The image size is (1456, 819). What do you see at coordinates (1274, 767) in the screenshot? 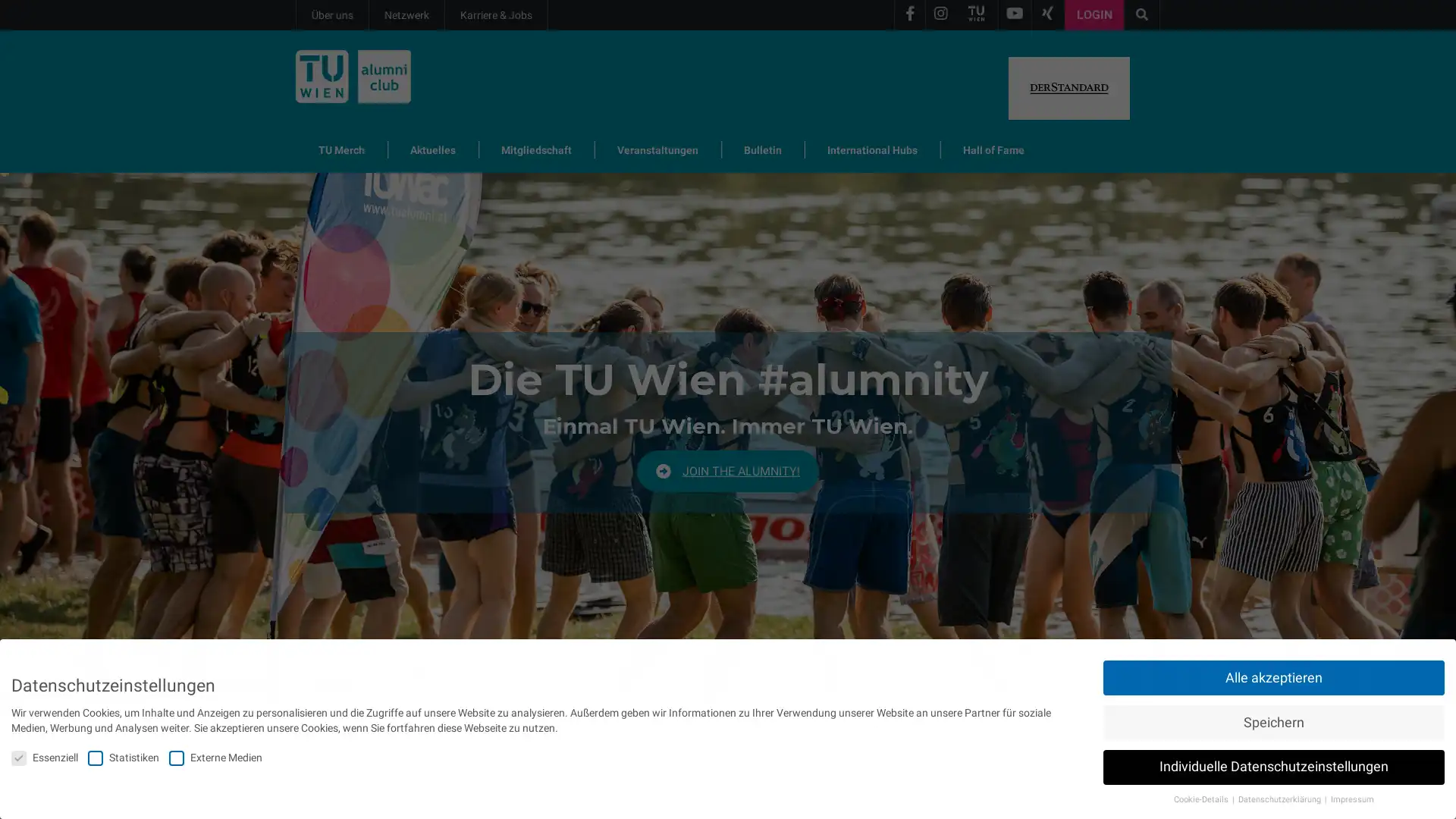
I see `Individuelle Datenschutzeinstellungen` at bounding box center [1274, 767].